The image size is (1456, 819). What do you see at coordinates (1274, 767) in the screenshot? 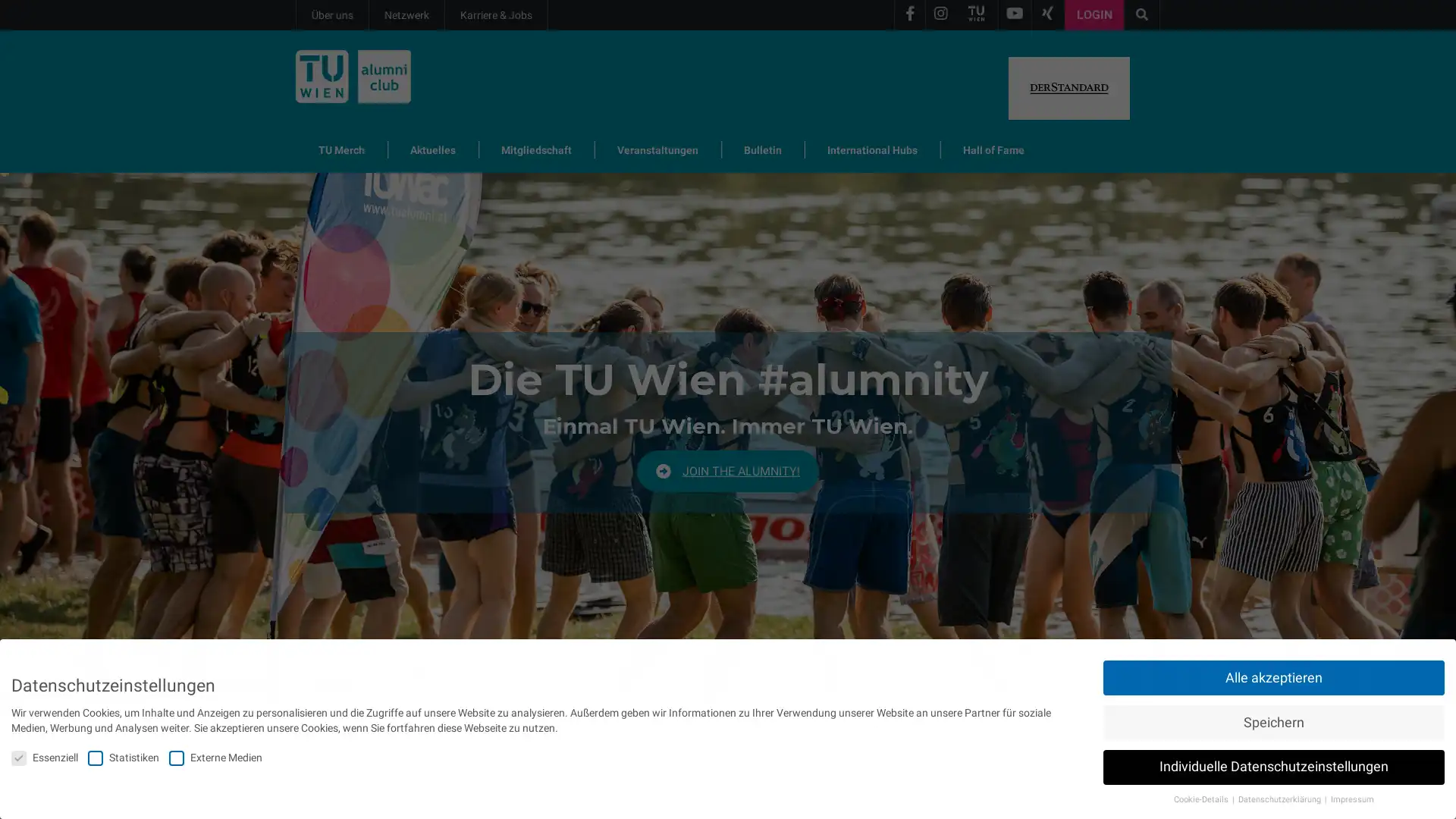
I see `Individuelle Datenschutzeinstellungen` at bounding box center [1274, 767].